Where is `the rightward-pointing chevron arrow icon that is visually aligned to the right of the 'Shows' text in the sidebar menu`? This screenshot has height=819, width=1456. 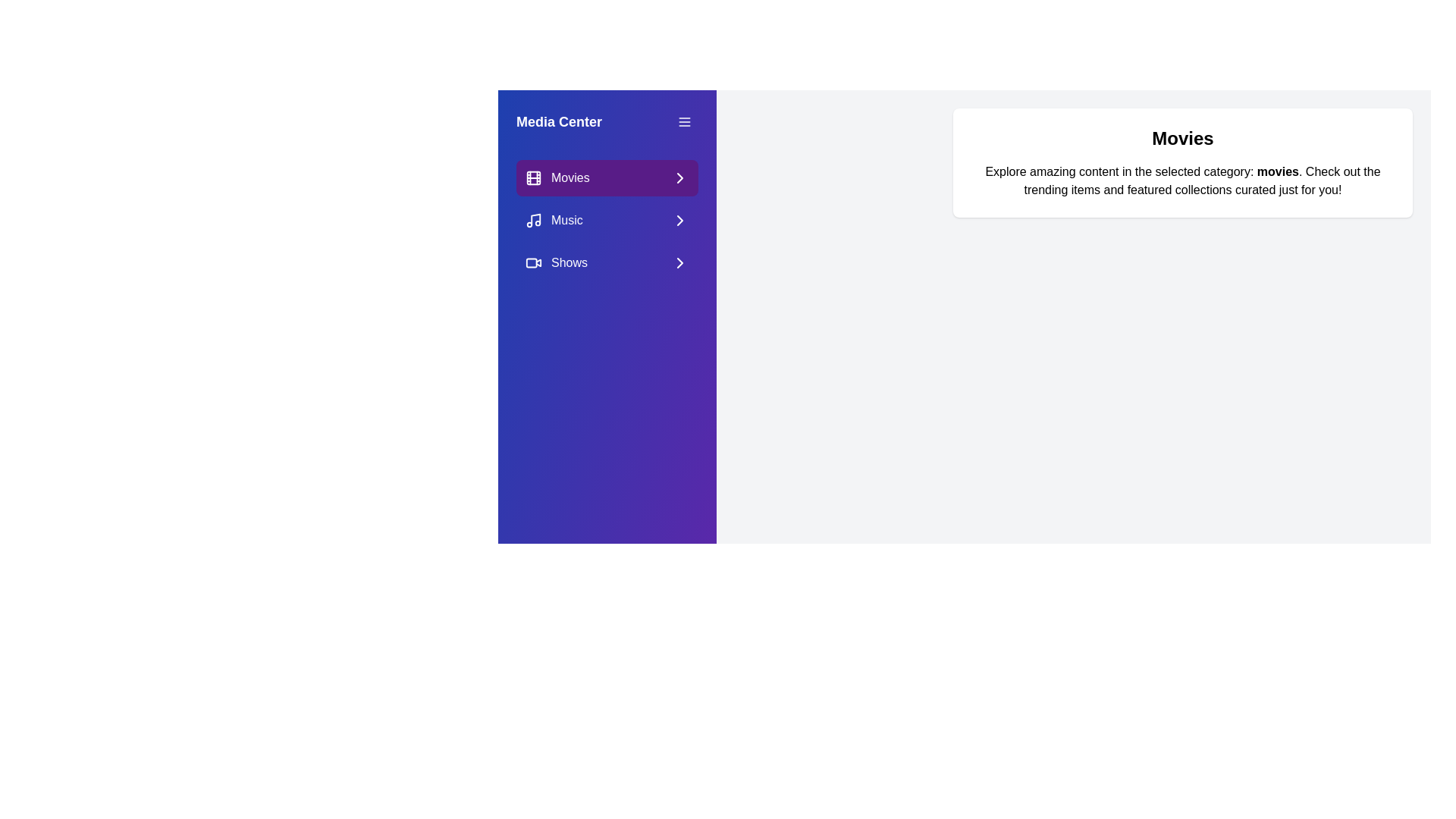
the rightward-pointing chevron arrow icon that is visually aligned to the right of the 'Shows' text in the sidebar menu is located at coordinates (679, 262).